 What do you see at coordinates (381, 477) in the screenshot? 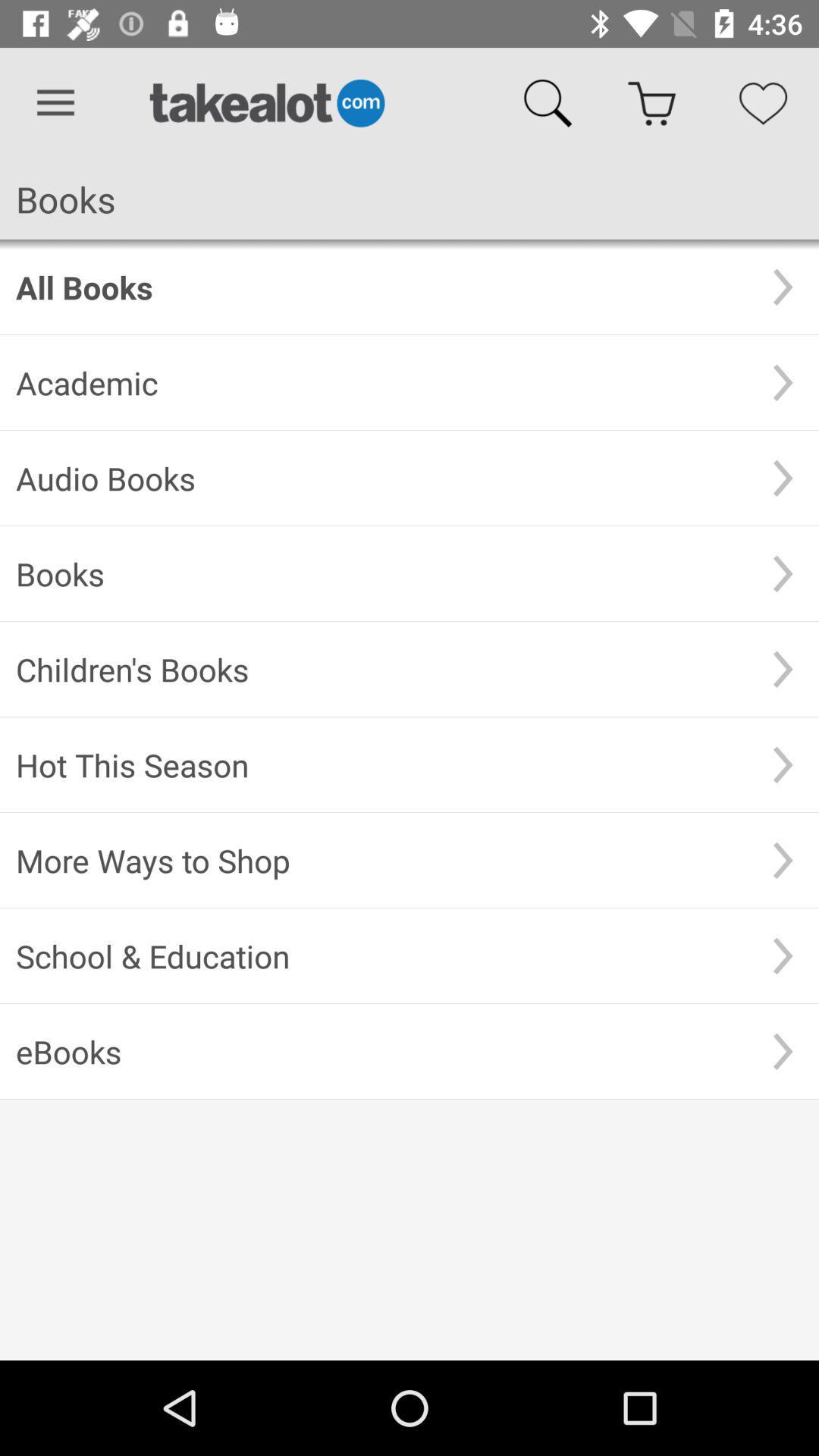
I see `the audio books` at bounding box center [381, 477].